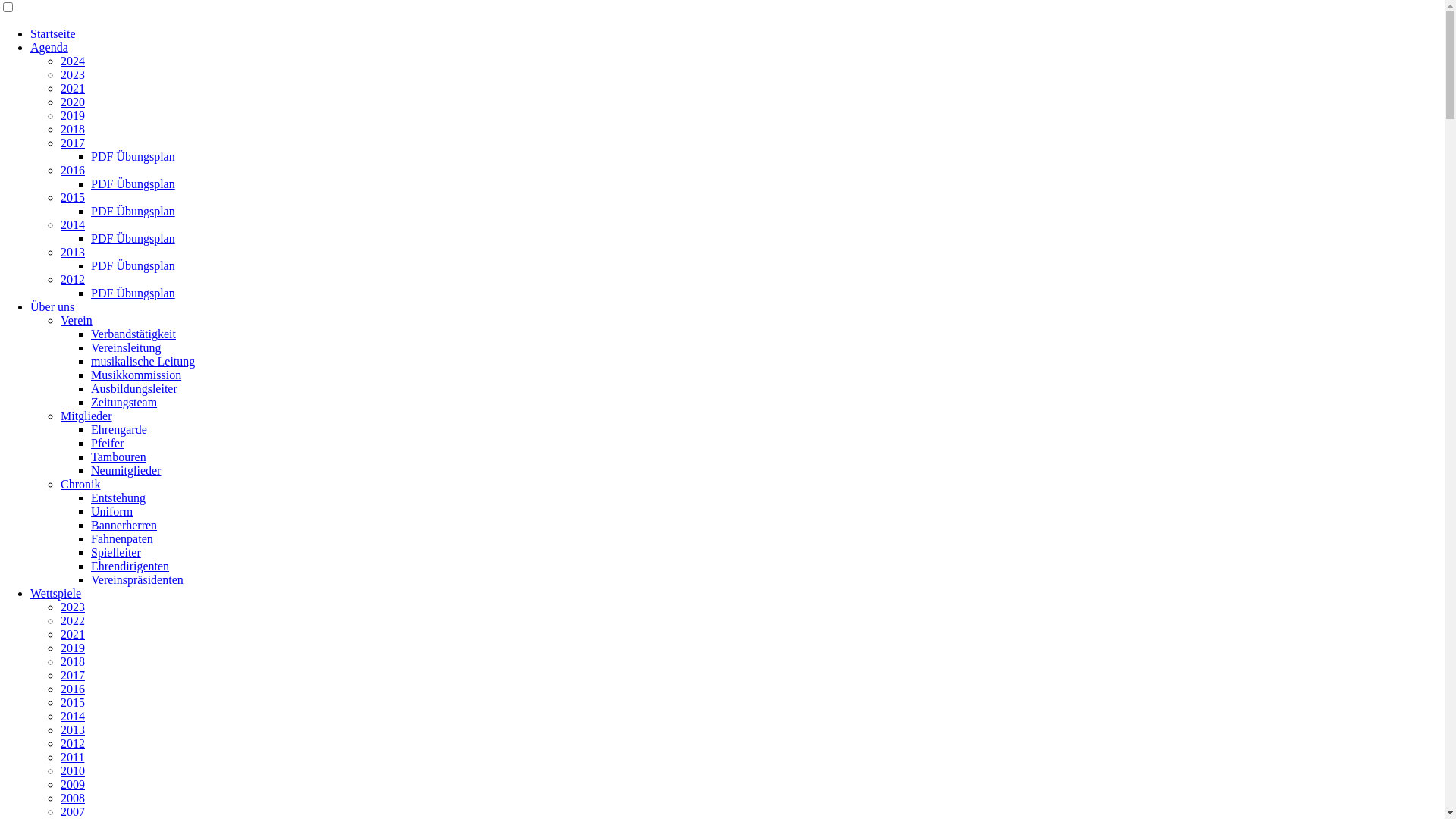 This screenshot has width=1456, height=819. Describe the element at coordinates (126, 347) in the screenshot. I see `'Vereinsleitung'` at that location.